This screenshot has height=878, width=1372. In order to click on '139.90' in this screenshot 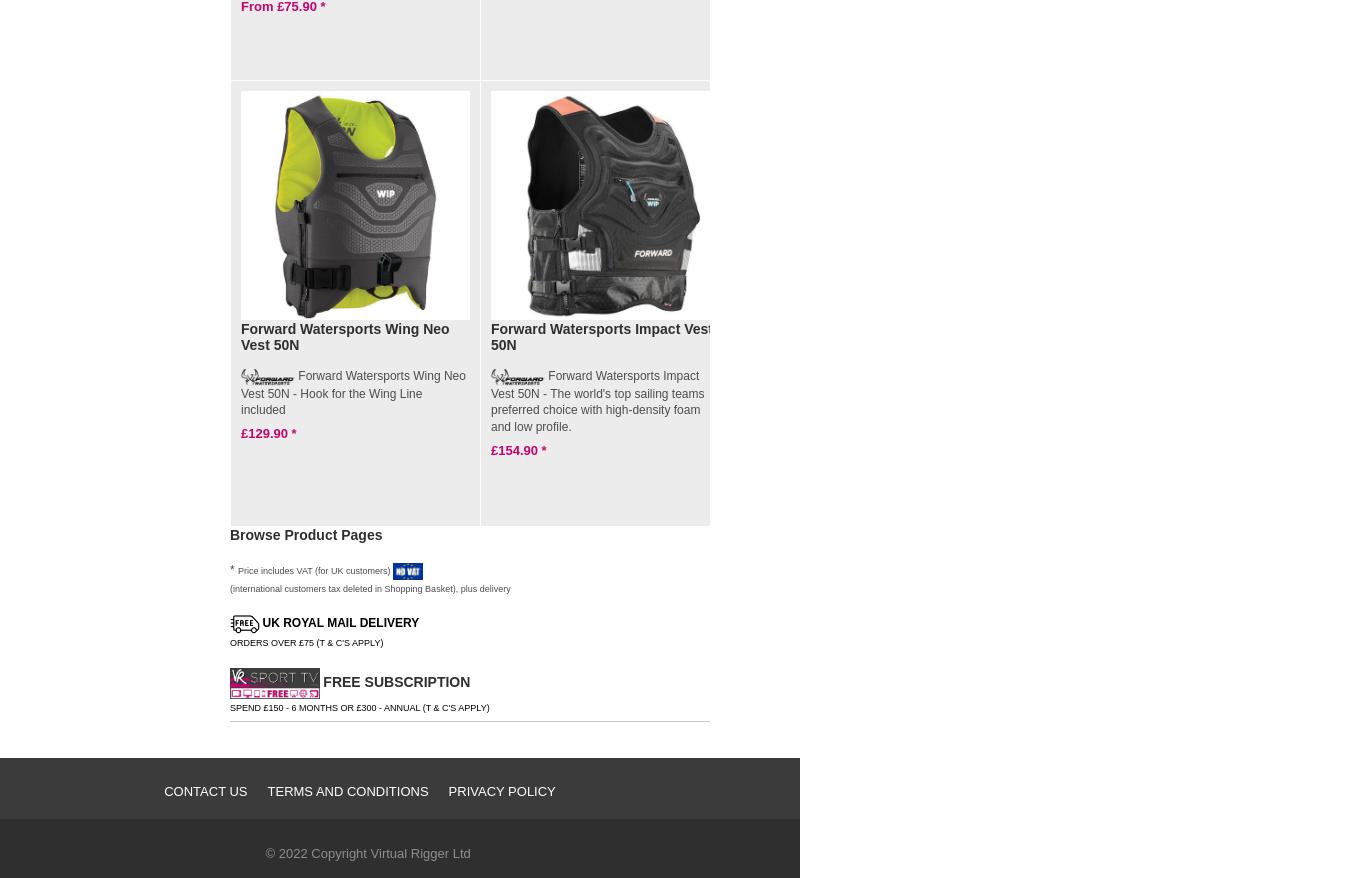, I will do `click(803, 433)`.